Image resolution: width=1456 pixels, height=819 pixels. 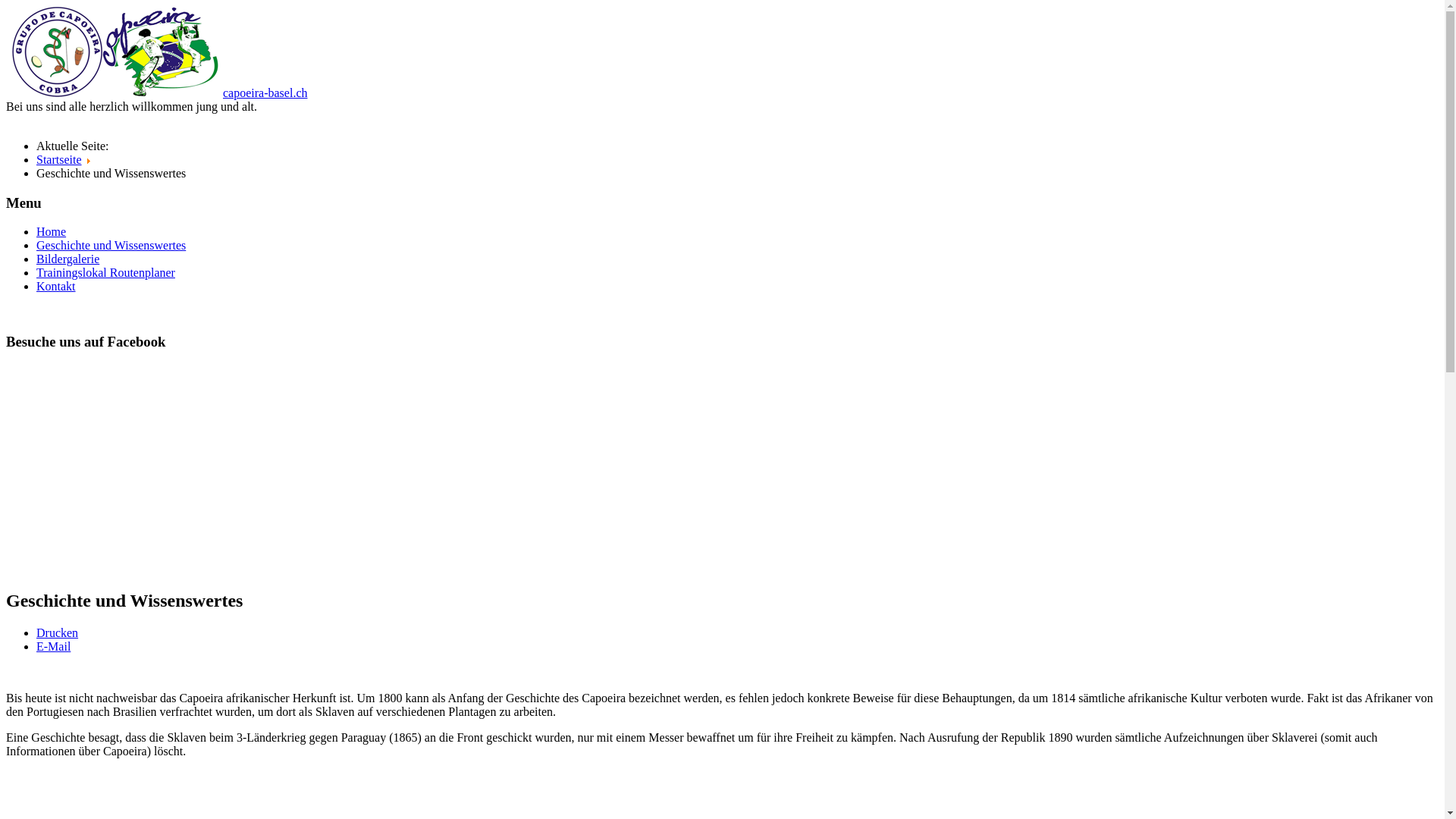 I want to click on 'E-Mail', so click(x=53, y=646).